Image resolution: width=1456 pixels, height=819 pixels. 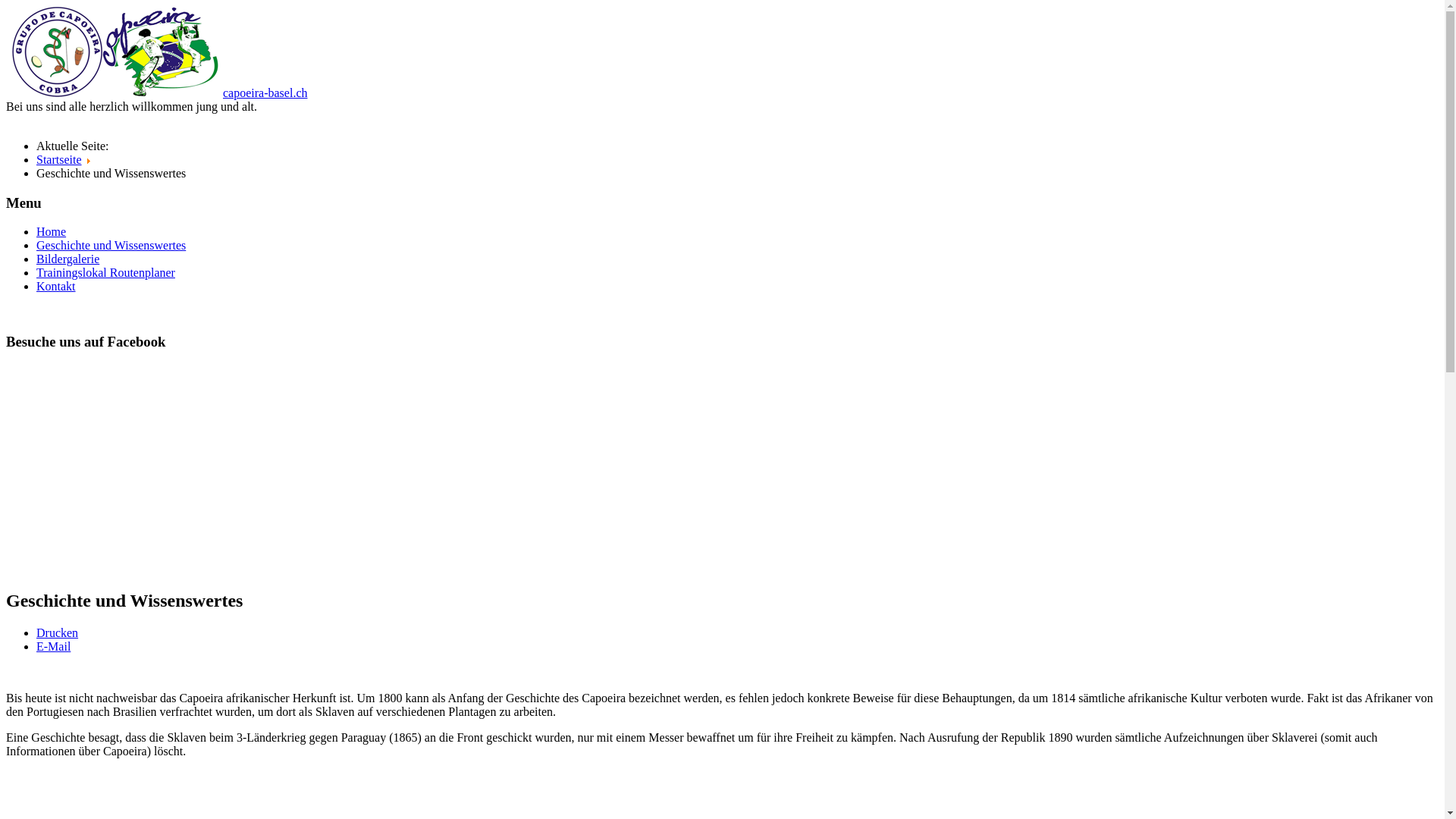 I want to click on 'E-Mail', so click(x=53, y=646).